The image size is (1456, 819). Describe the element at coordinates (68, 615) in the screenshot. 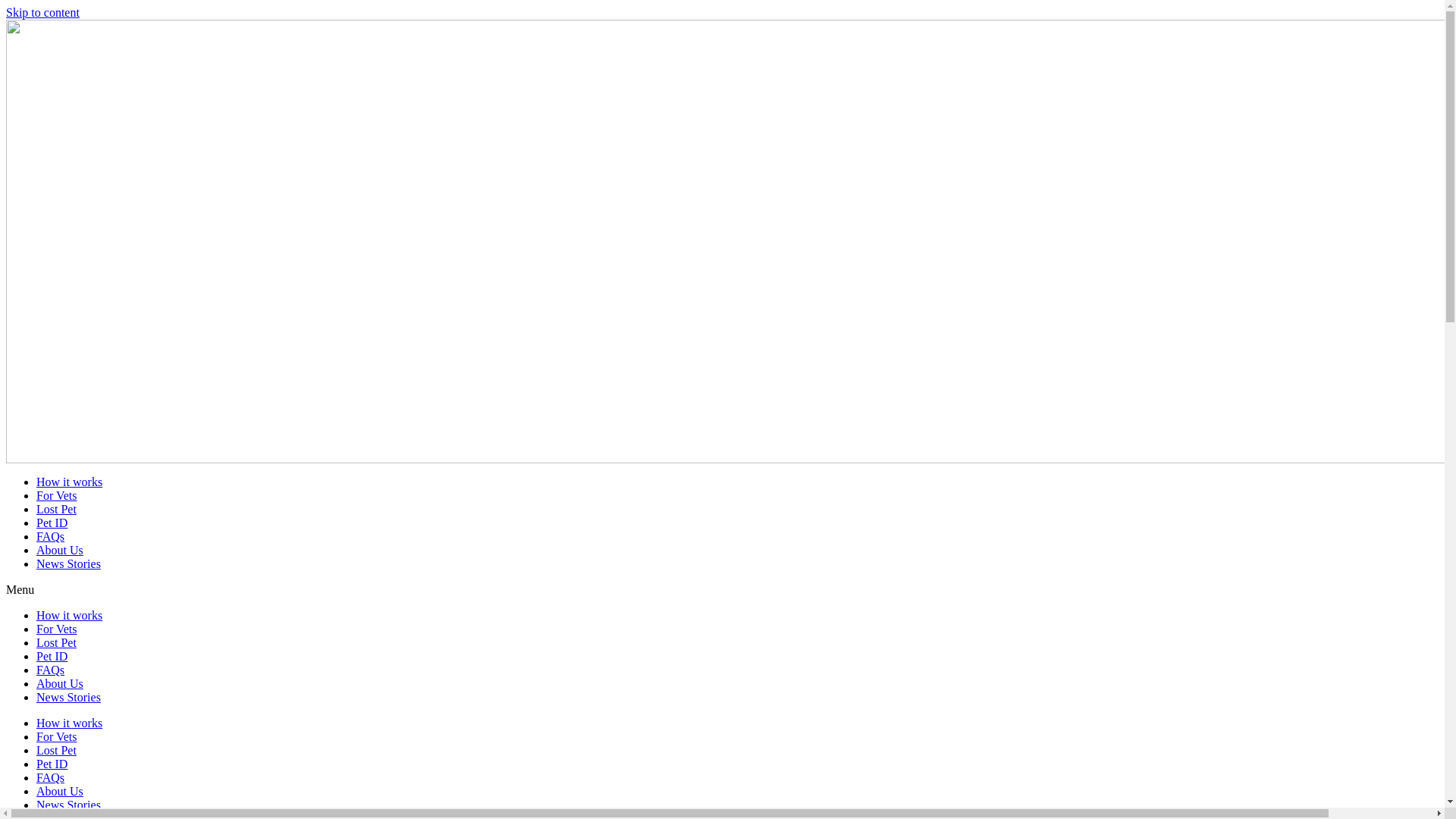

I see `'How it works'` at that location.